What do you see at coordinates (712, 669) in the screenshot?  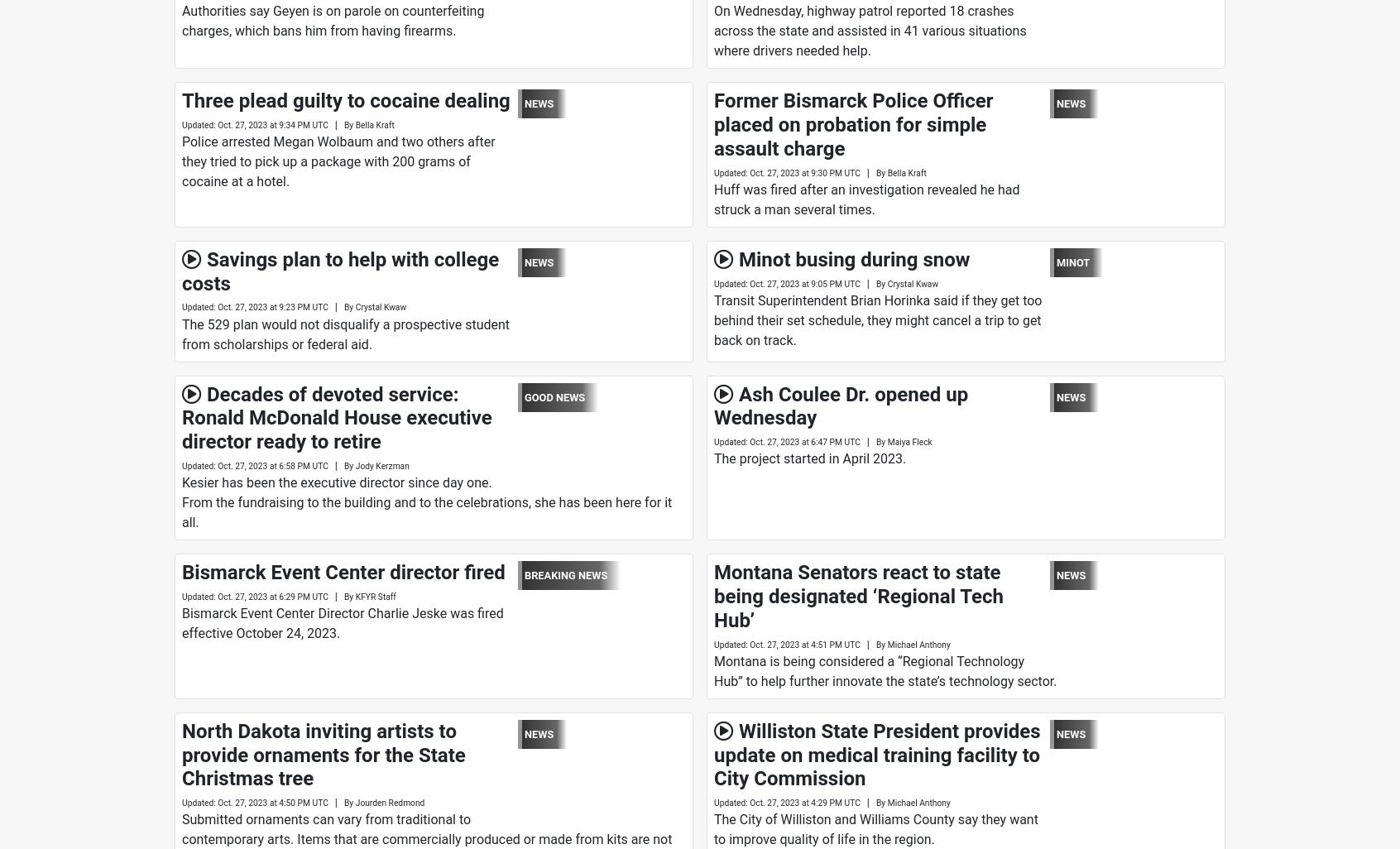 I see `'Montana is being considered a “Regional Technology Hub” to help further innovate the state’s technology sector.'` at bounding box center [712, 669].